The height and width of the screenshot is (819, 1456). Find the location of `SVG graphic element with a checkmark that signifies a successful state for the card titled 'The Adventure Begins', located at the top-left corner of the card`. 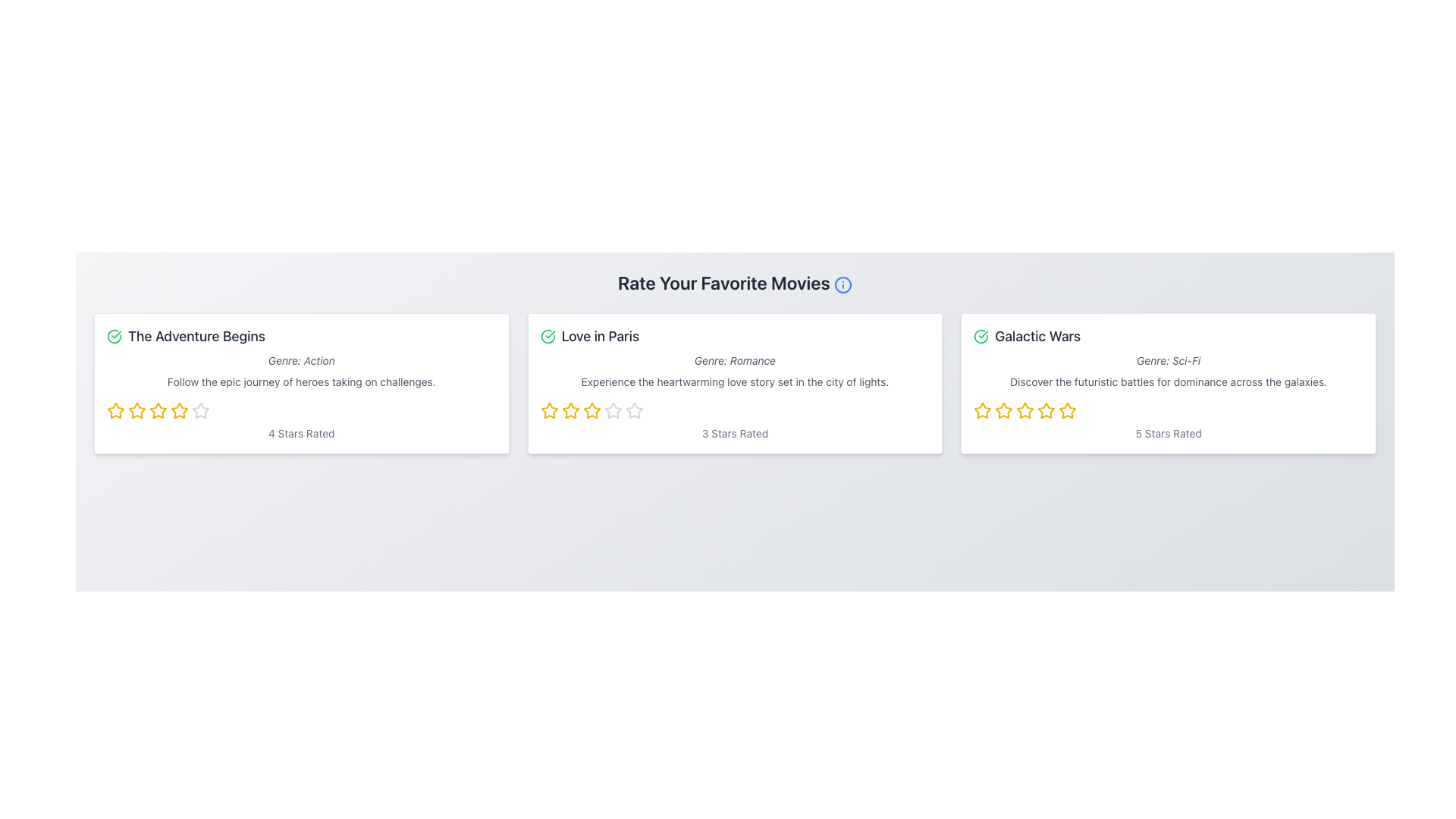

SVG graphic element with a checkmark that signifies a successful state for the card titled 'The Adventure Begins', located at the top-left corner of the card is located at coordinates (113, 335).